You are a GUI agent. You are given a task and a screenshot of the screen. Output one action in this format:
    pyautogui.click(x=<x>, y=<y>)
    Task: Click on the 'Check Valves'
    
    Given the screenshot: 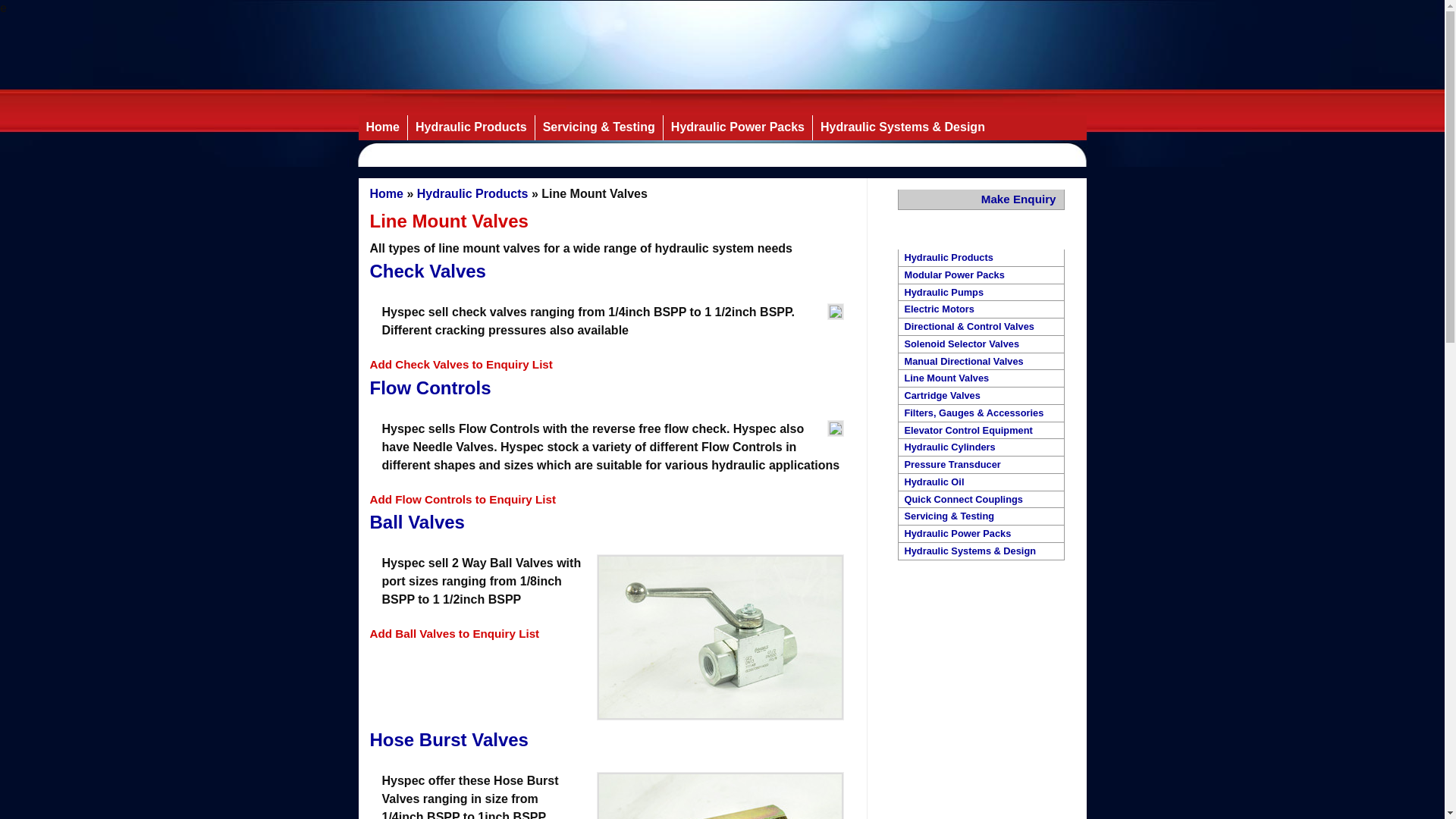 What is the action you would take?
    pyautogui.click(x=427, y=270)
    